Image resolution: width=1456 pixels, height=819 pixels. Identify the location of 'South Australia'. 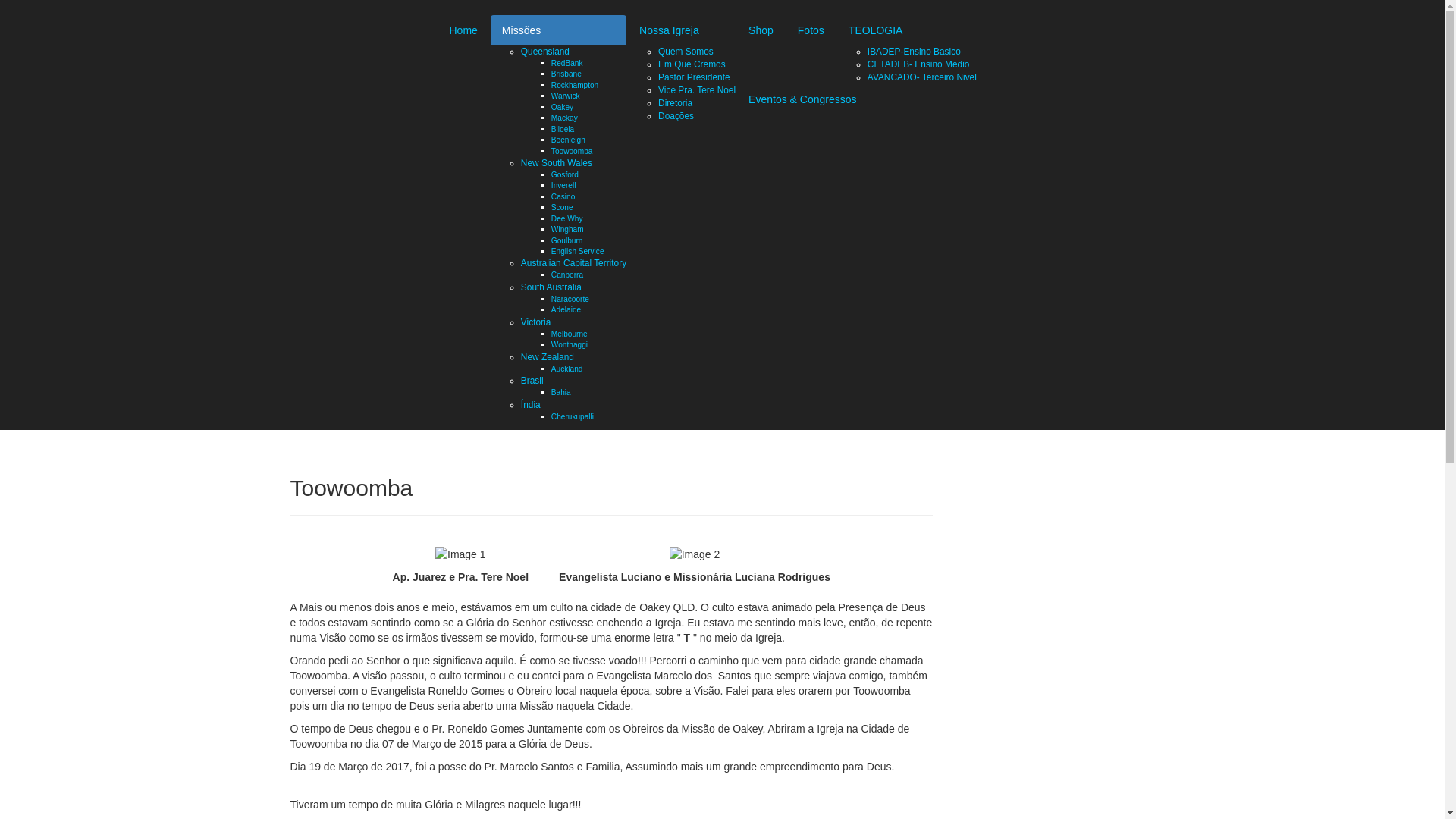
(550, 287).